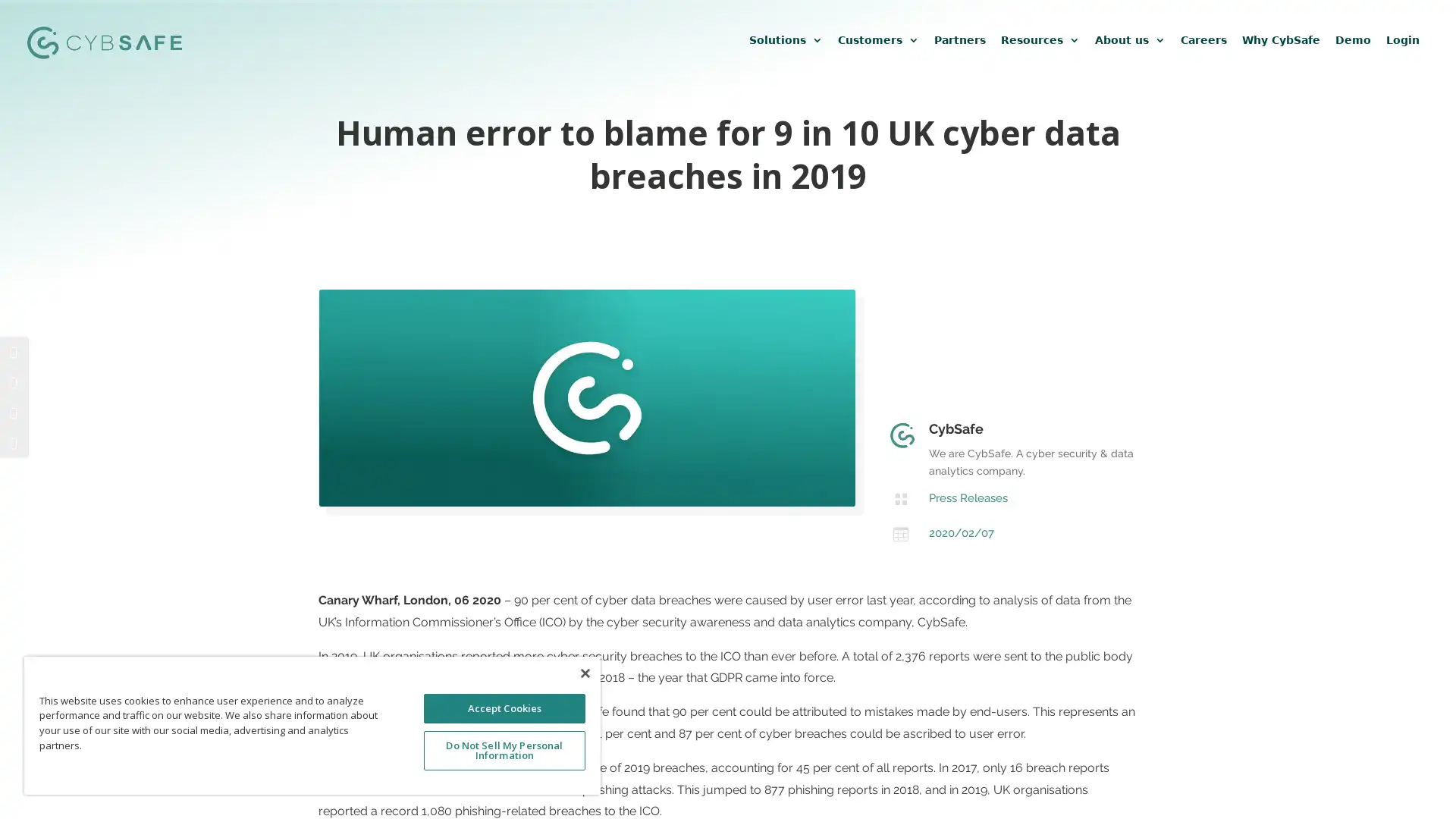 This screenshot has height=819, width=1456. I want to click on Accept Cookies, so click(504, 708).